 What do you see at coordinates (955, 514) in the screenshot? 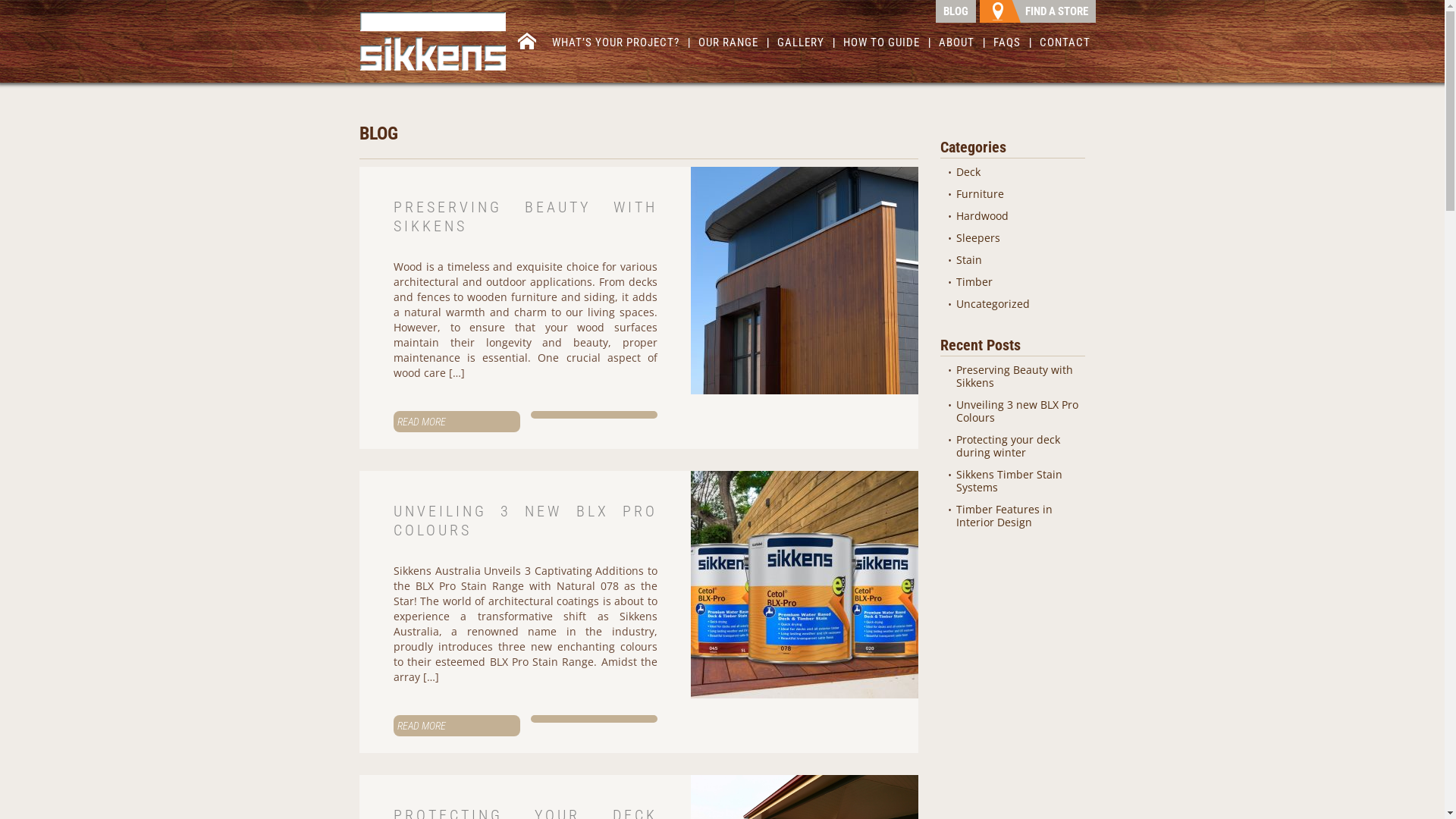
I see `'Timber Features in Interior Design'` at bounding box center [955, 514].